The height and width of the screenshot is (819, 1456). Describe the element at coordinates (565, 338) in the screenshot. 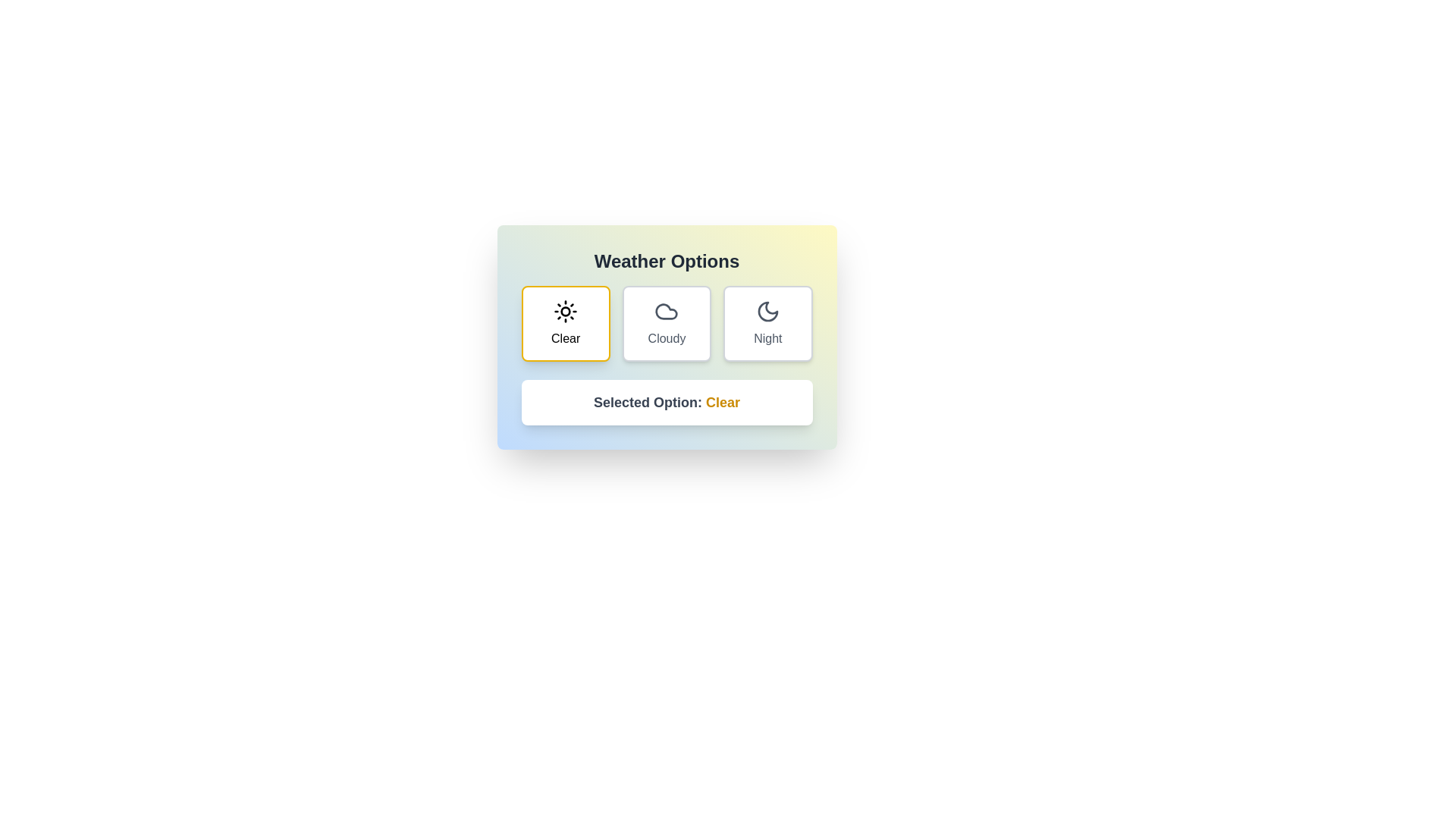

I see `text content of the 'Clear' label located below the sun icon in the weather selection panel` at that location.